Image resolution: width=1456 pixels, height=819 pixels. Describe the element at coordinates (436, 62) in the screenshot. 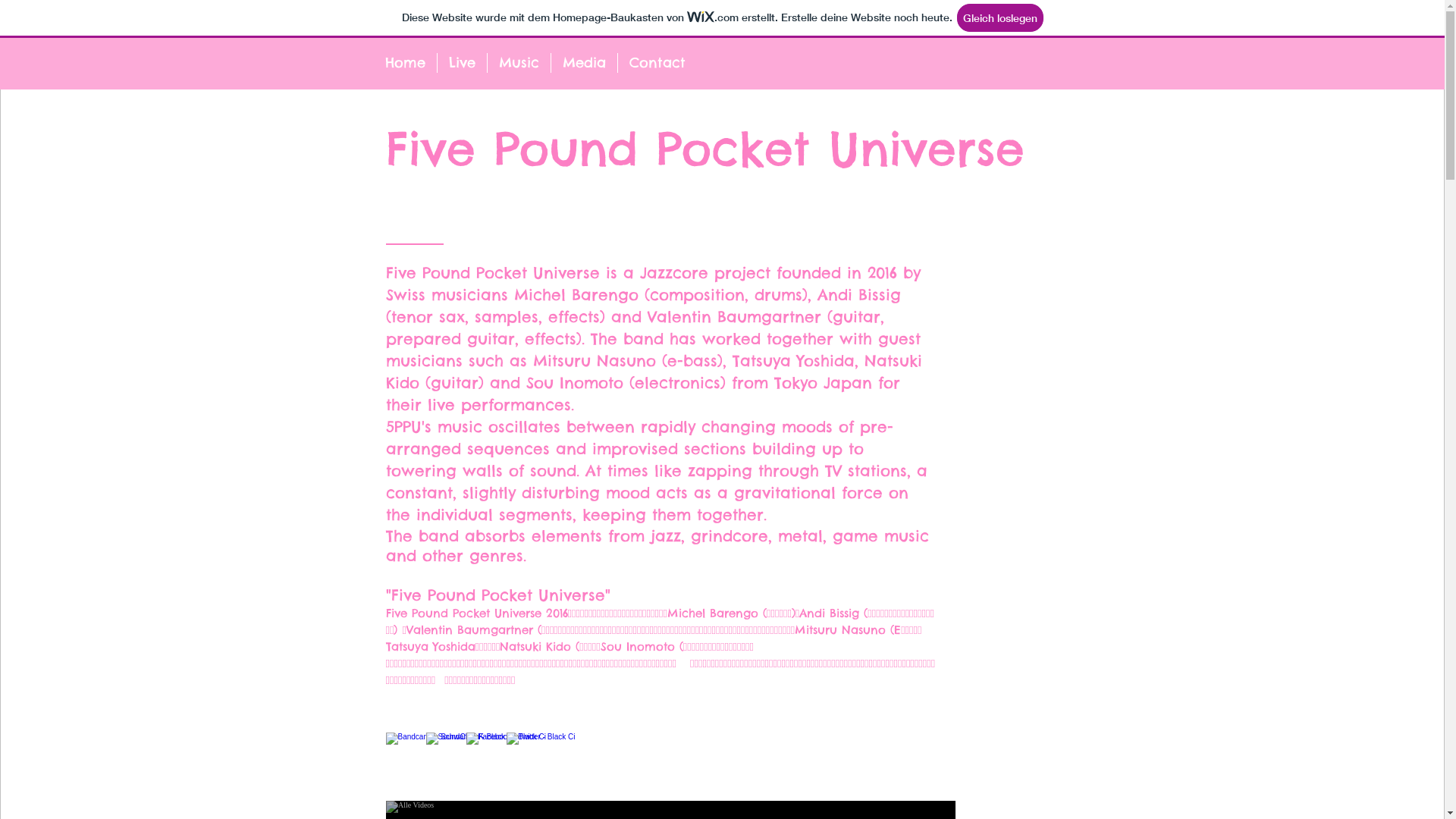

I see `'Live'` at that location.